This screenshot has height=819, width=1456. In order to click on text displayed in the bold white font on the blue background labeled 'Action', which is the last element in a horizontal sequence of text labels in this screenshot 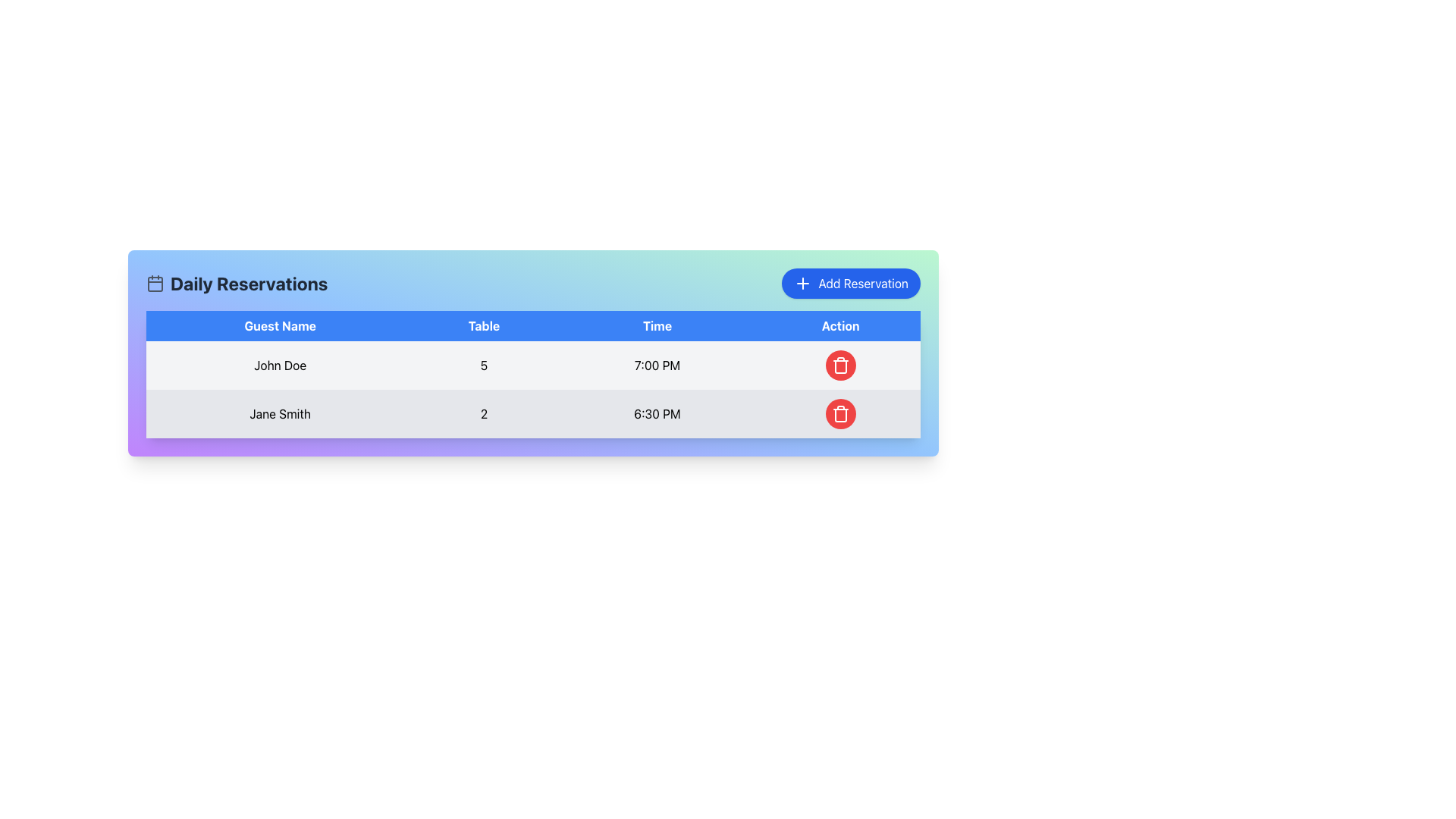, I will do `click(839, 325)`.